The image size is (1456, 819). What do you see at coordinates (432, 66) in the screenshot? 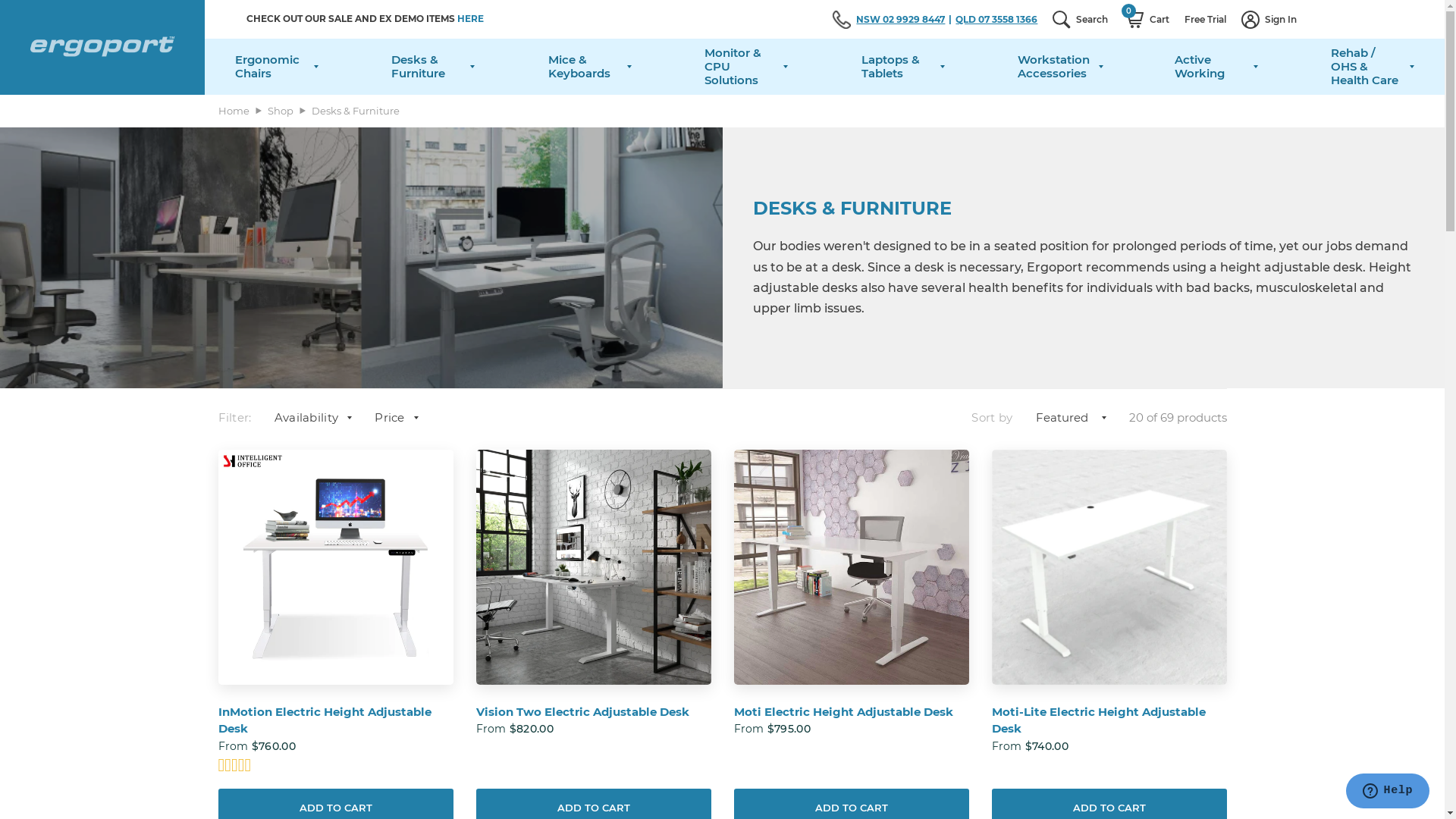
I see `'Desks & Furniture'` at bounding box center [432, 66].